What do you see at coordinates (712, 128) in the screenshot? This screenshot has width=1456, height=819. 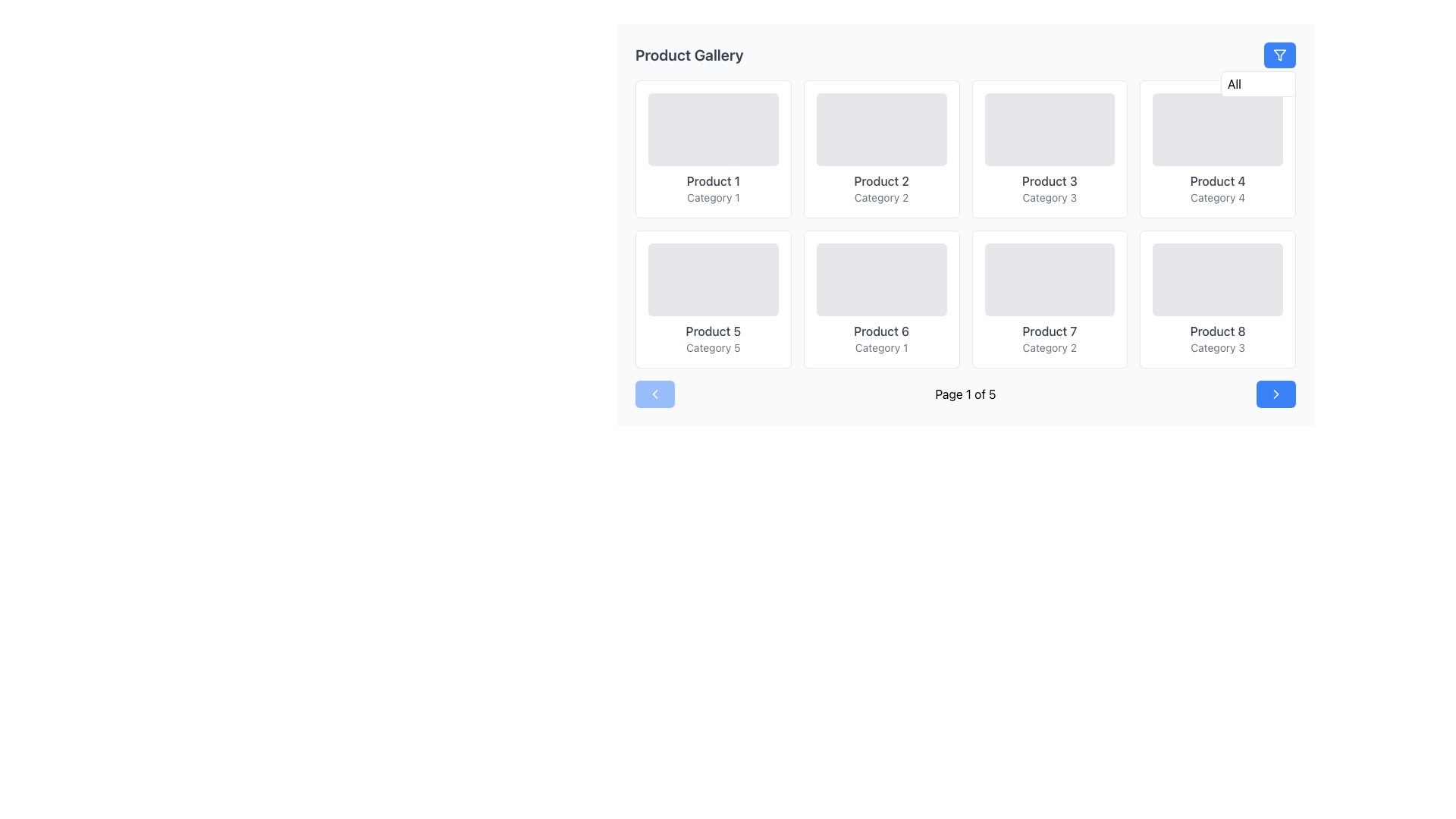 I see `the image placeholder, which is a rectangular element with a light gray background and rounded corners, positioned above 'Product 1' and 'Category 1'` at bounding box center [712, 128].